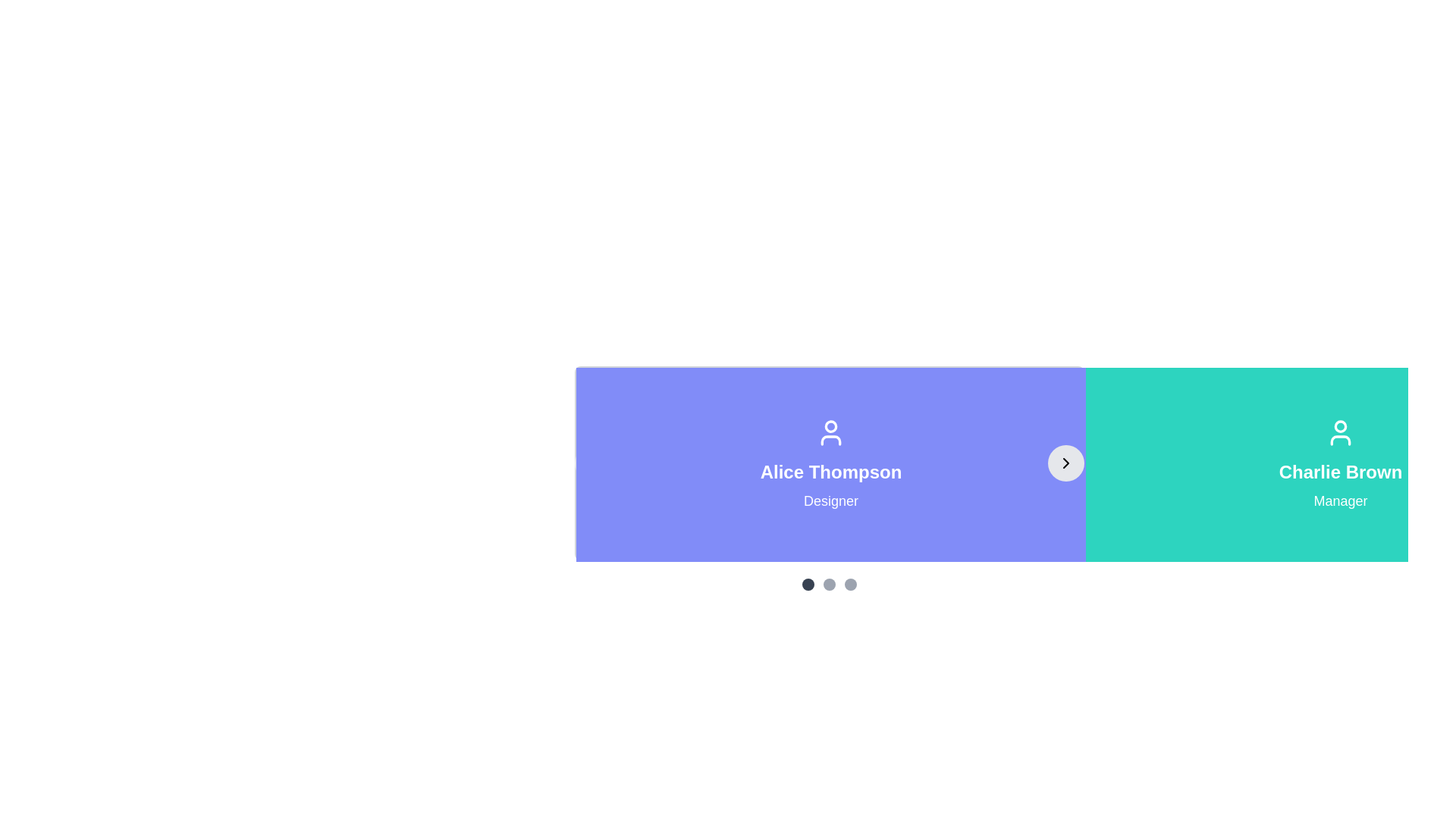 This screenshot has width=1456, height=819. Describe the element at coordinates (1340, 500) in the screenshot. I see `the styling of the text label that describes the individual's role or position, located within the card structure below the name 'Bob Smith'` at that location.